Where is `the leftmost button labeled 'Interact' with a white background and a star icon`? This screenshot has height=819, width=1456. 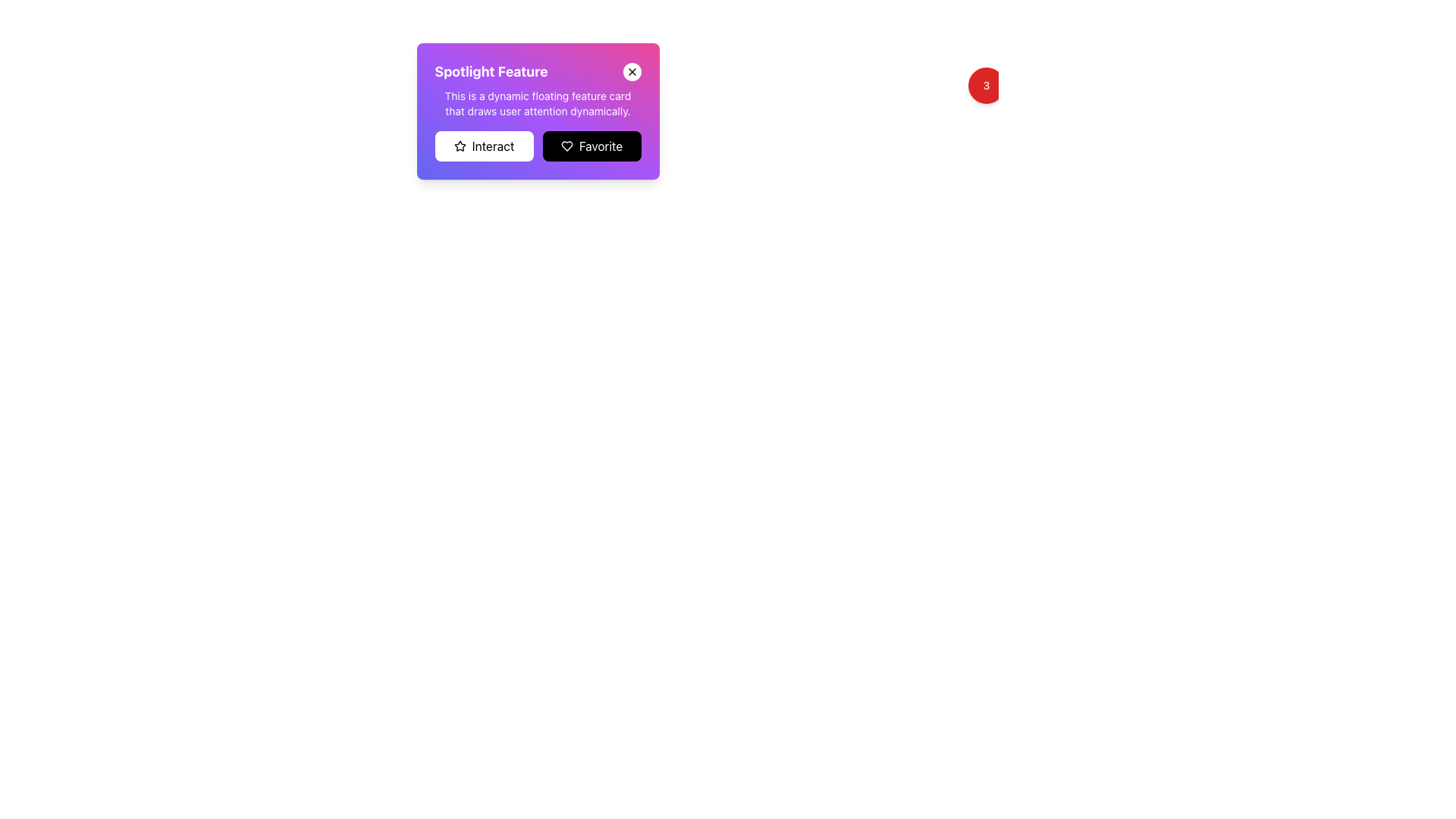
the leftmost button labeled 'Interact' with a white background and a star icon is located at coordinates (483, 146).